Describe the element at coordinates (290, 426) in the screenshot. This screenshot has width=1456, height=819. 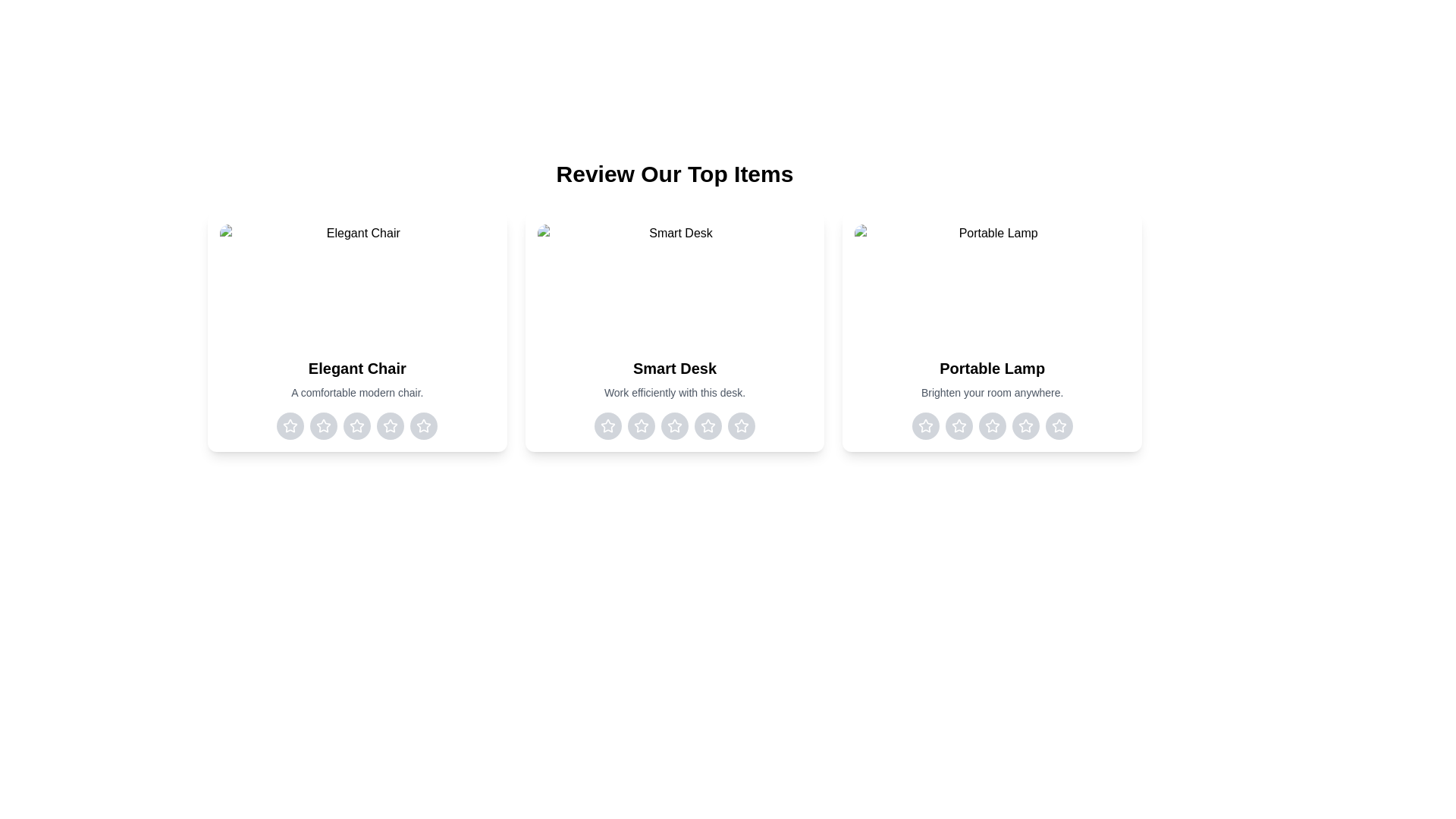
I see `the rating for the item 'Elegant Chair' to 1 stars` at that location.